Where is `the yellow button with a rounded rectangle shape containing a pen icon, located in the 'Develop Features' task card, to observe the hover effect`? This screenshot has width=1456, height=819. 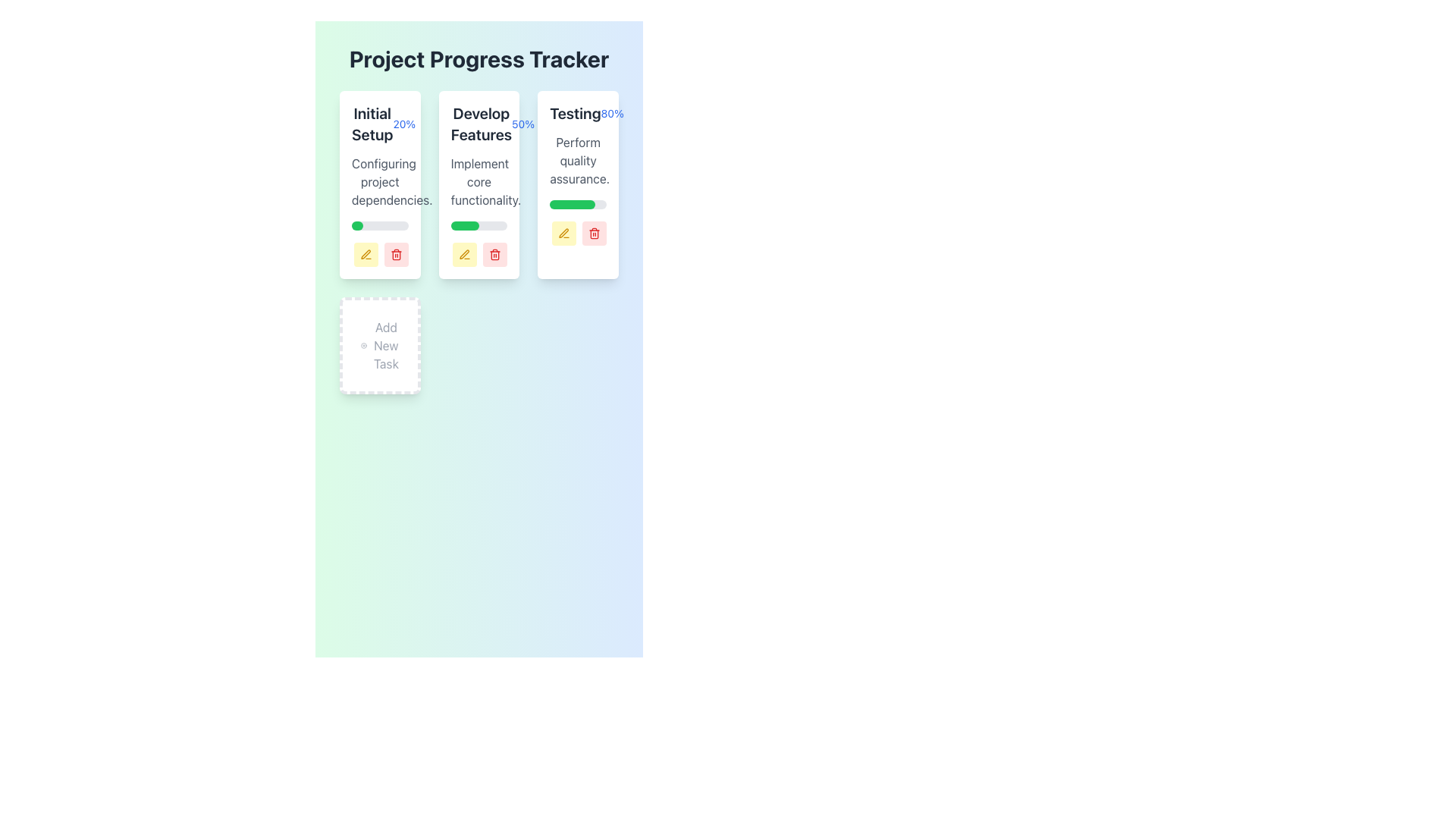
the yellow button with a rounded rectangle shape containing a pen icon, located in the 'Develop Features' task card, to observe the hover effect is located at coordinates (464, 253).